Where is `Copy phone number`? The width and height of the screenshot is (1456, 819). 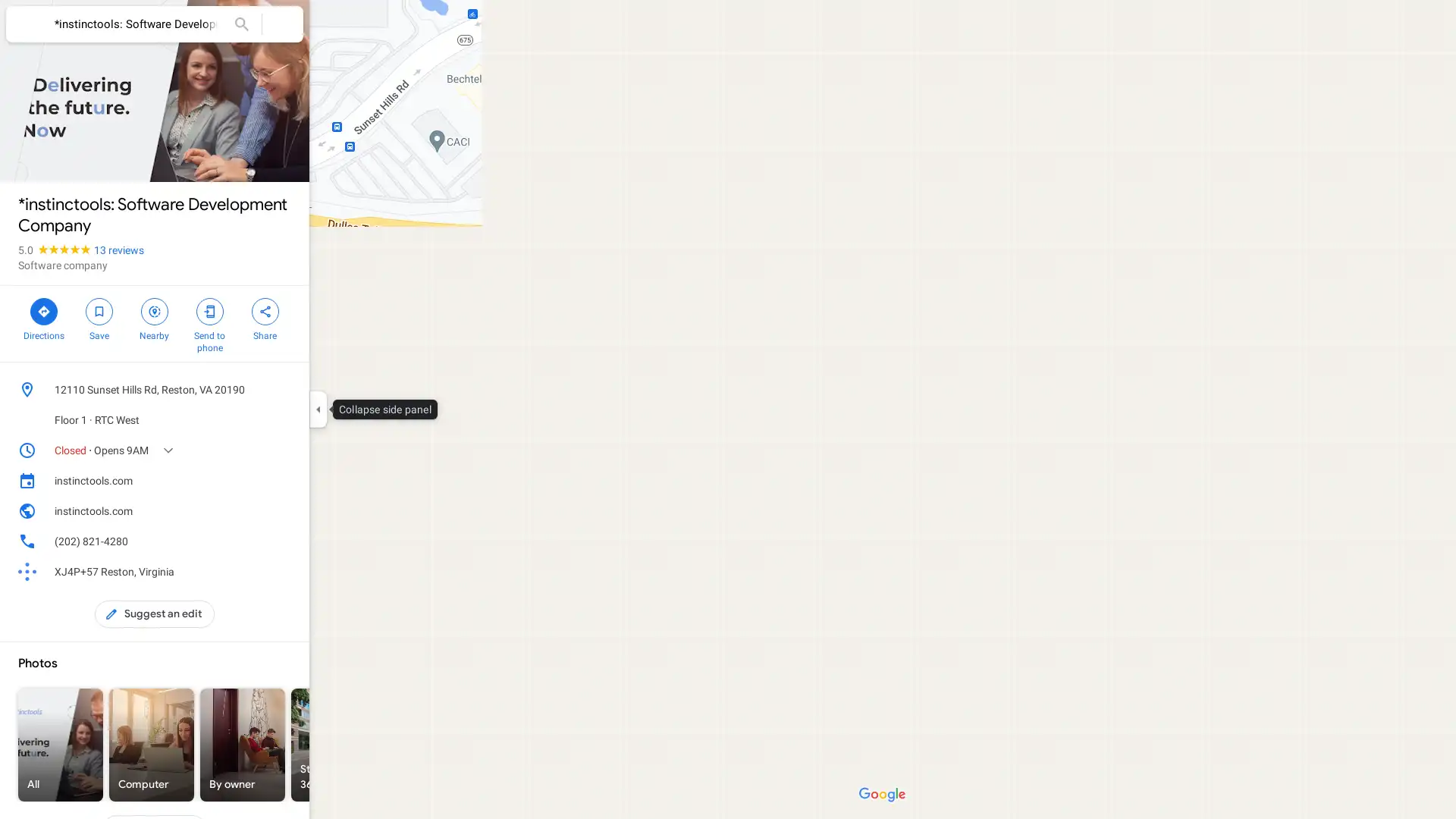
Copy phone number is located at coordinates (261, 540).